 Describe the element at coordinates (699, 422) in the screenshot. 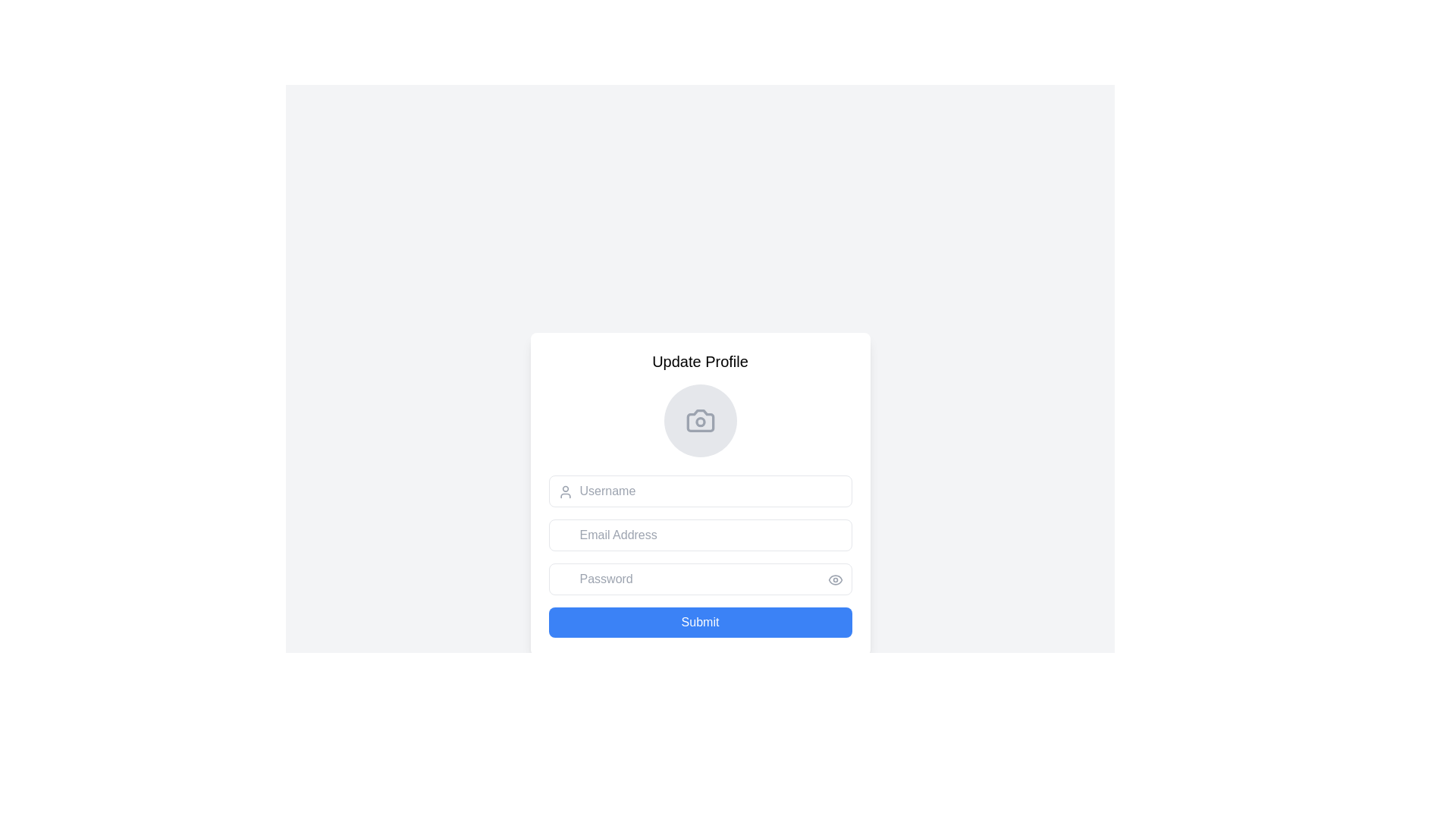

I see `the central circular part of the profile picture update icon located at the top of the profile form` at that location.